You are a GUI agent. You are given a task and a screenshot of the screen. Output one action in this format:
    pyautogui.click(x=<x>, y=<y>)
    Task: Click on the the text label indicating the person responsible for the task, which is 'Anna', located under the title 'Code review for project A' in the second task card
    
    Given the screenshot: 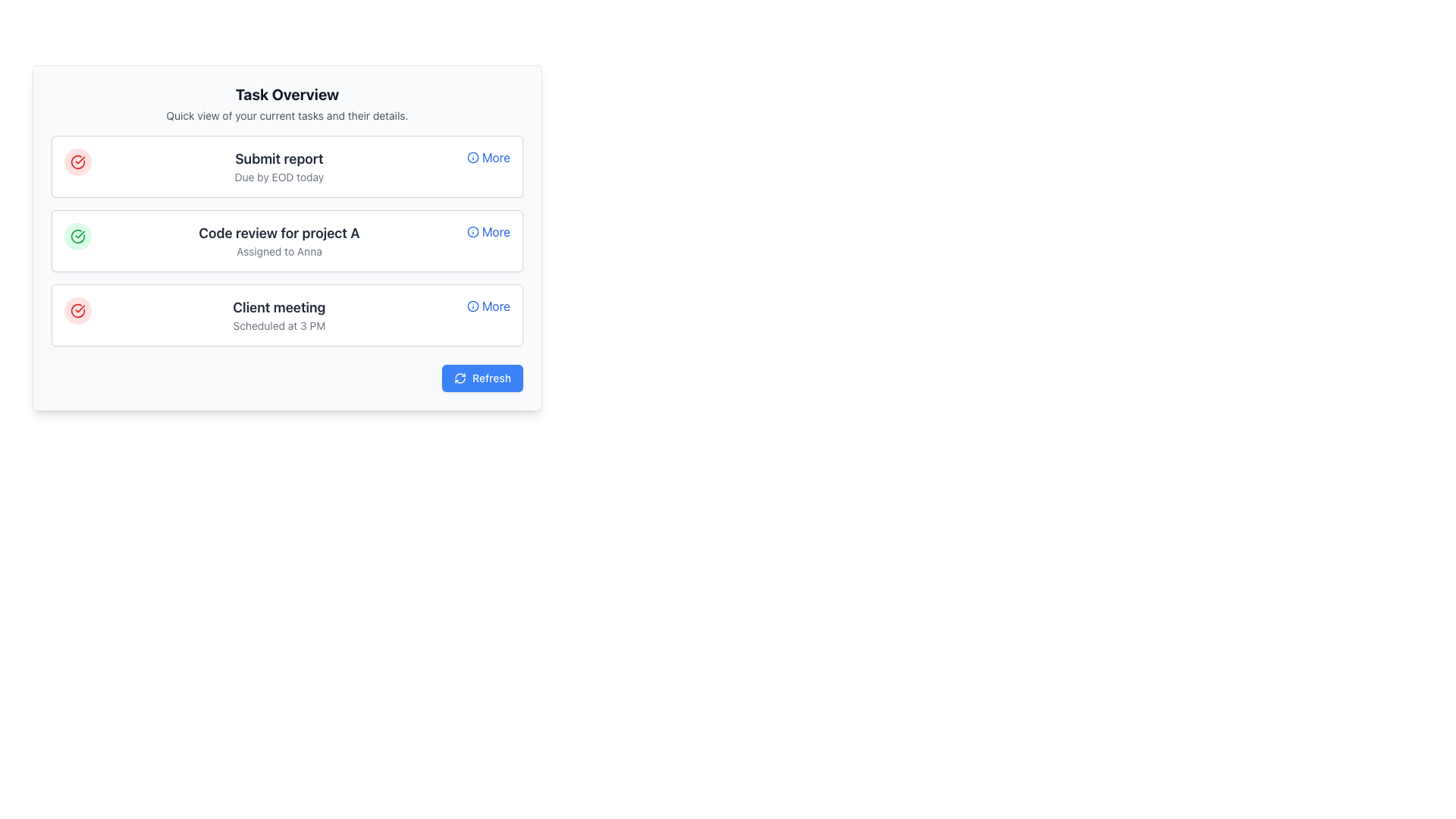 What is the action you would take?
    pyautogui.click(x=279, y=250)
    